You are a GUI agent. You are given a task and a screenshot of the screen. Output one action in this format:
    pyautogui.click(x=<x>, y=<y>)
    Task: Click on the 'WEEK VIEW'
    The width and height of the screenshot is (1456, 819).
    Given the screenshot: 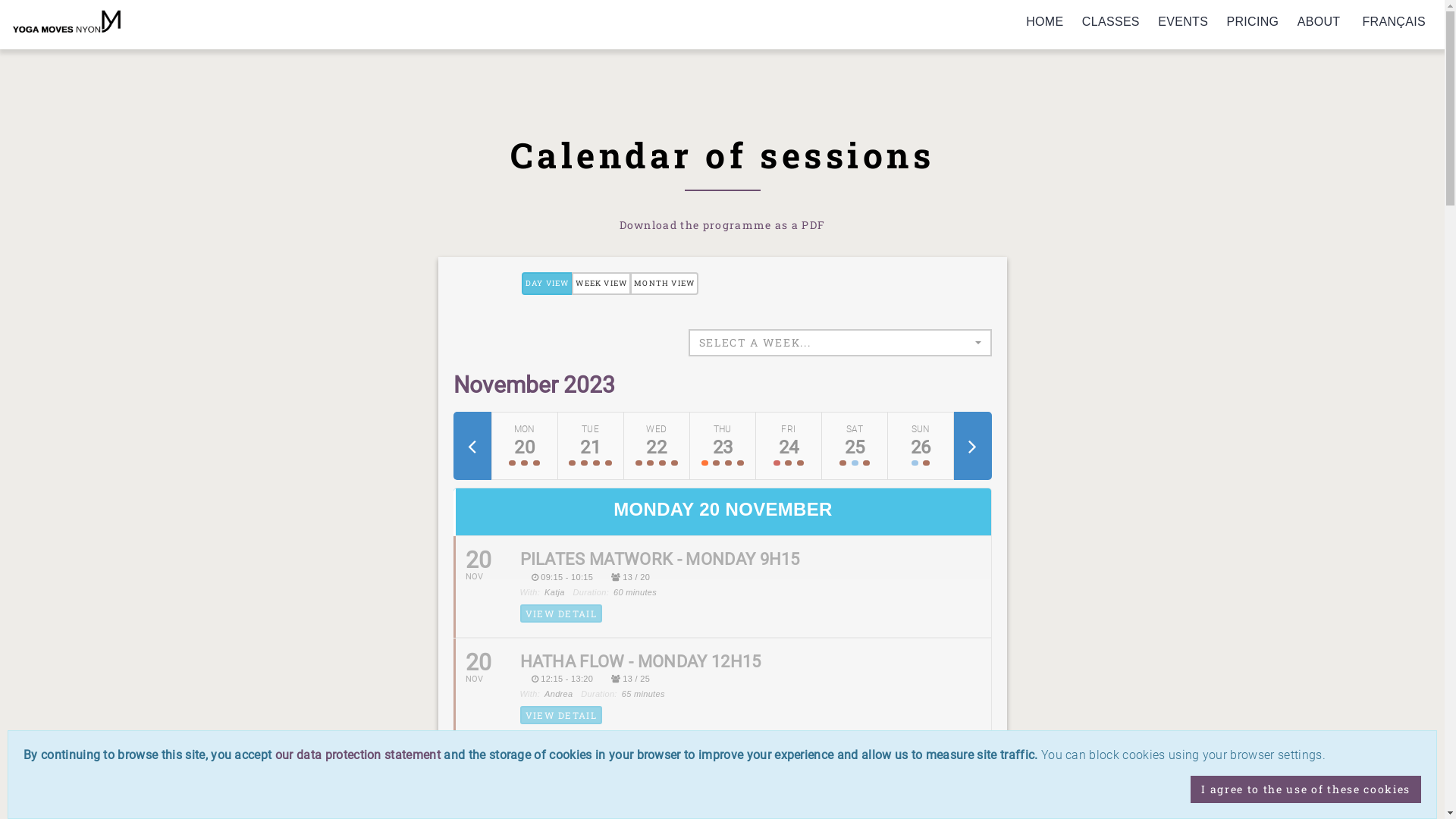 What is the action you would take?
    pyautogui.click(x=600, y=284)
    